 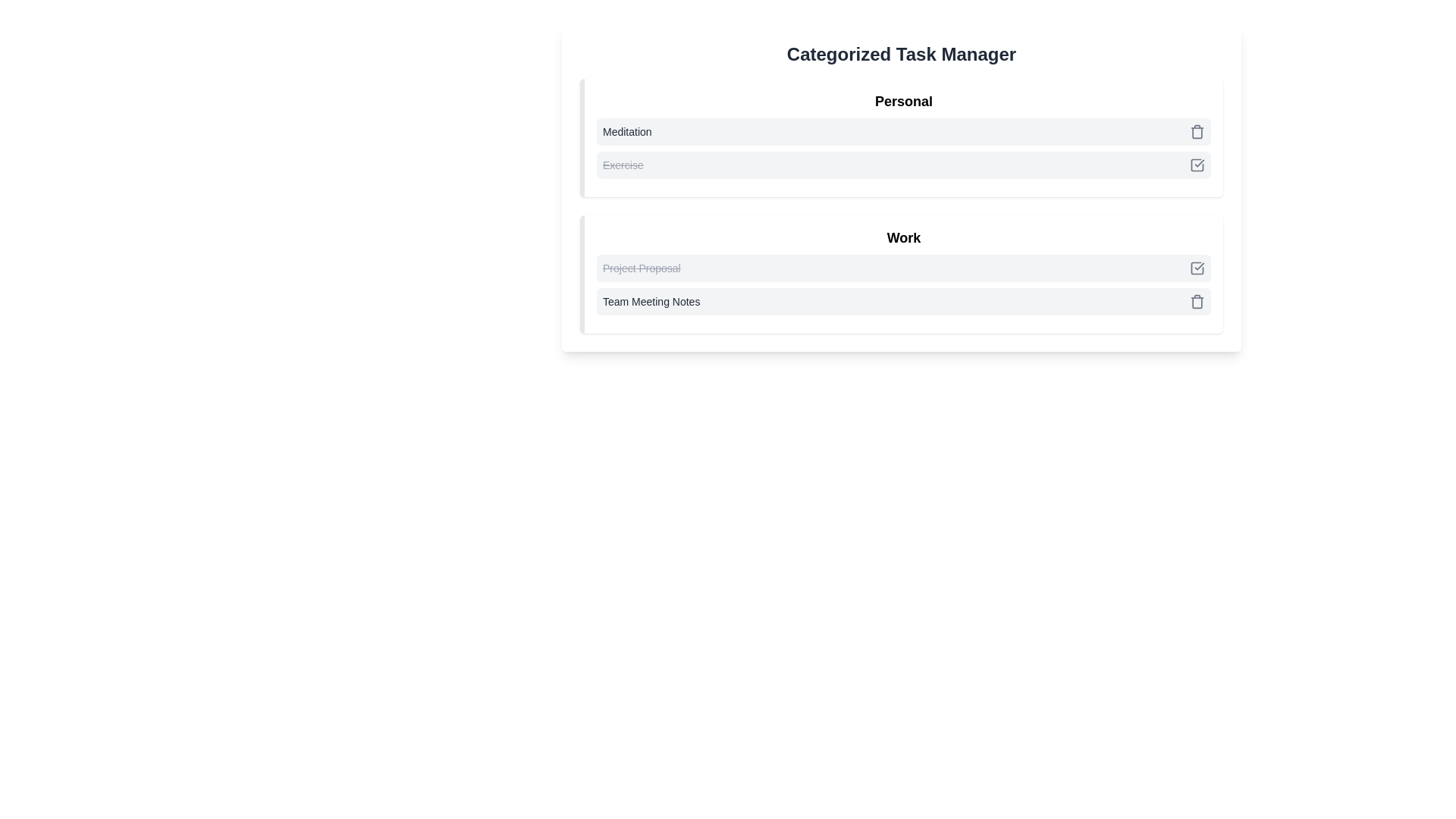 What do you see at coordinates (623, 165) in the screenshot?
I see `the text label representing the completed task 'Exercise' in the personal category, which is styled with a strikethrough to indicate its completed status` at bounding box center [623, 165].